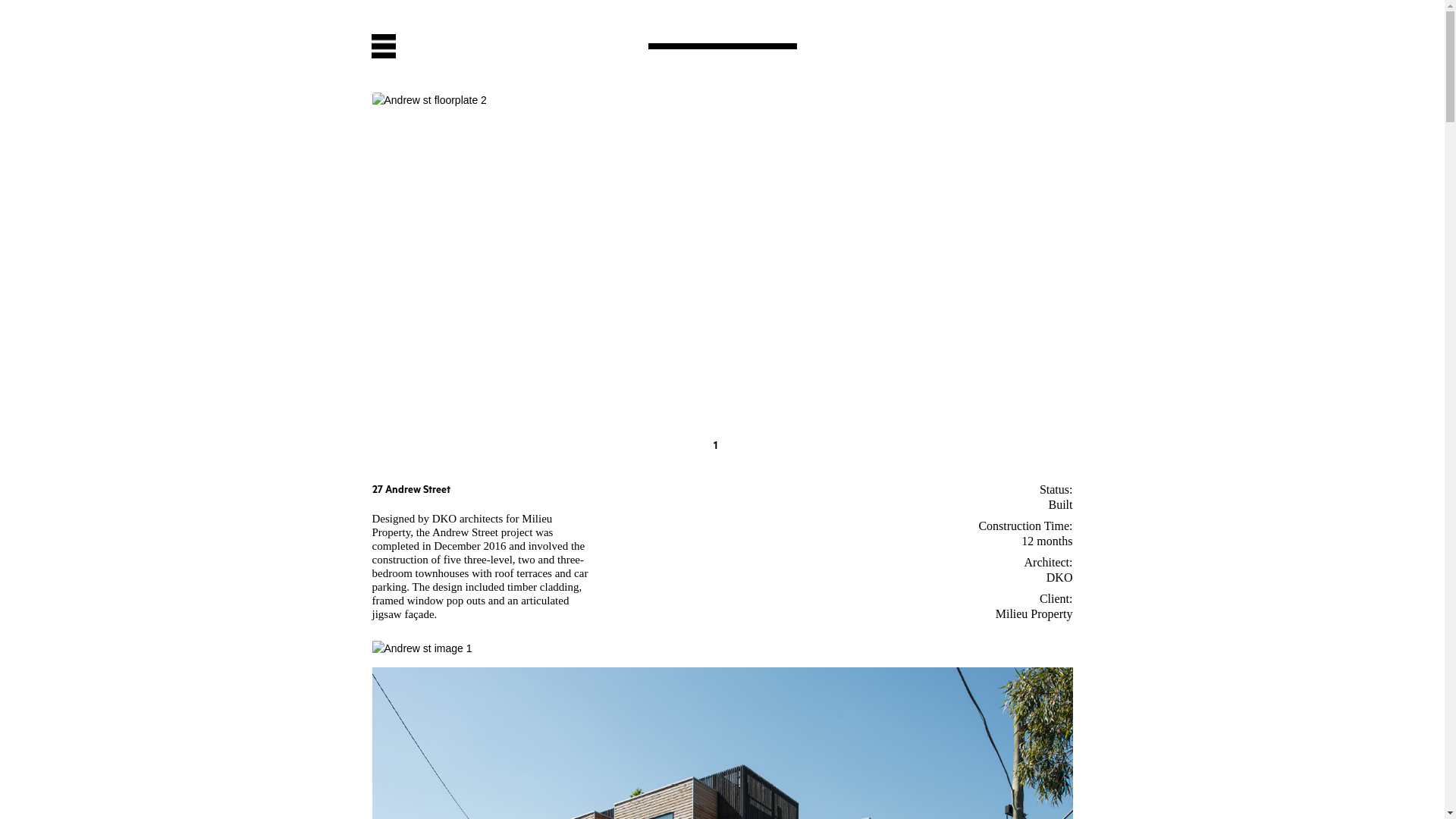 The width and height of the screenshot is (1456, 819). I want to click on '3', so click(743, 446).